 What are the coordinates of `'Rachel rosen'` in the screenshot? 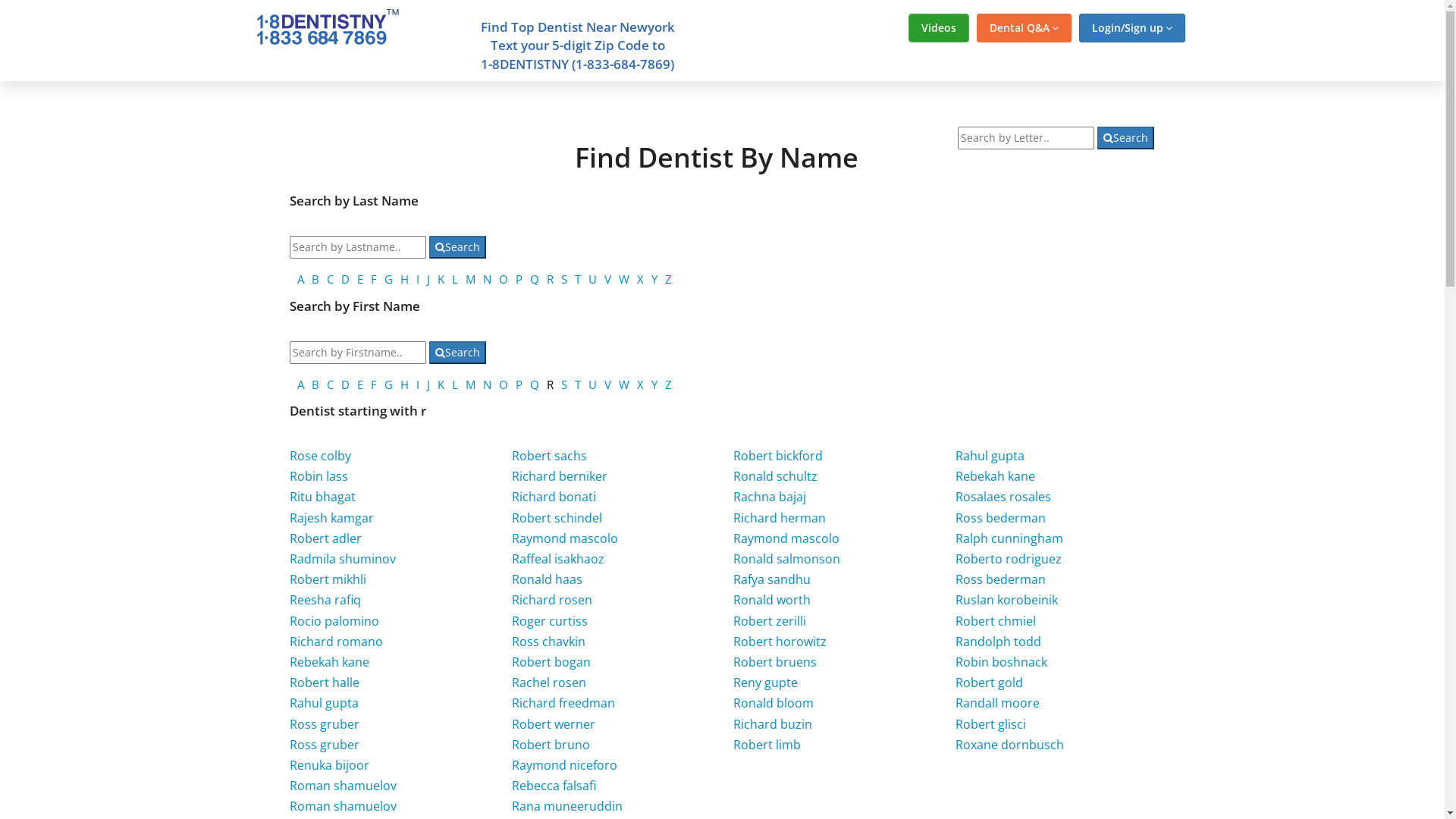 It's located at (512, 681).